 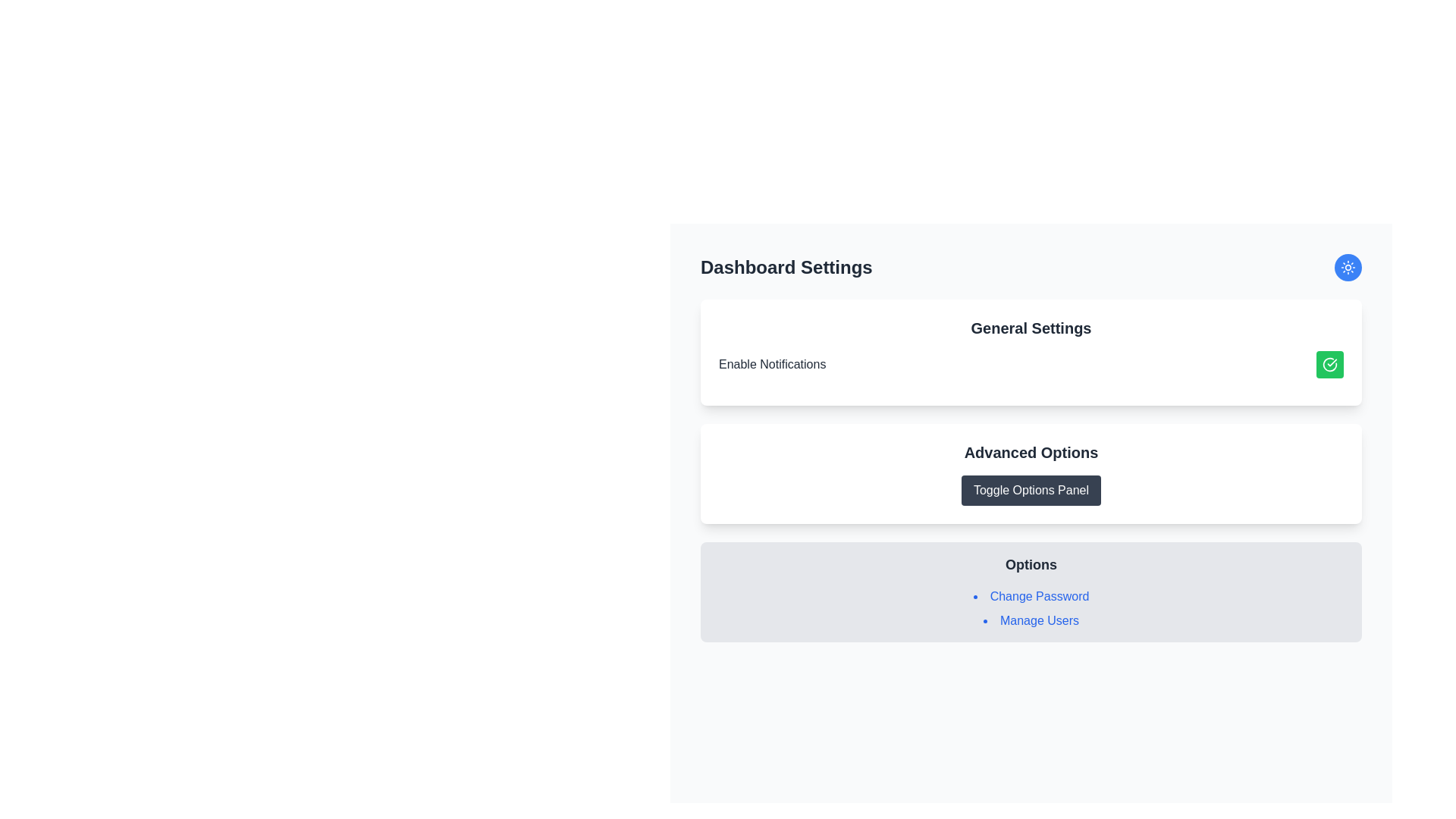 I want to click on the button located at the far right end of the header bar, so click(x=1348, y=267).